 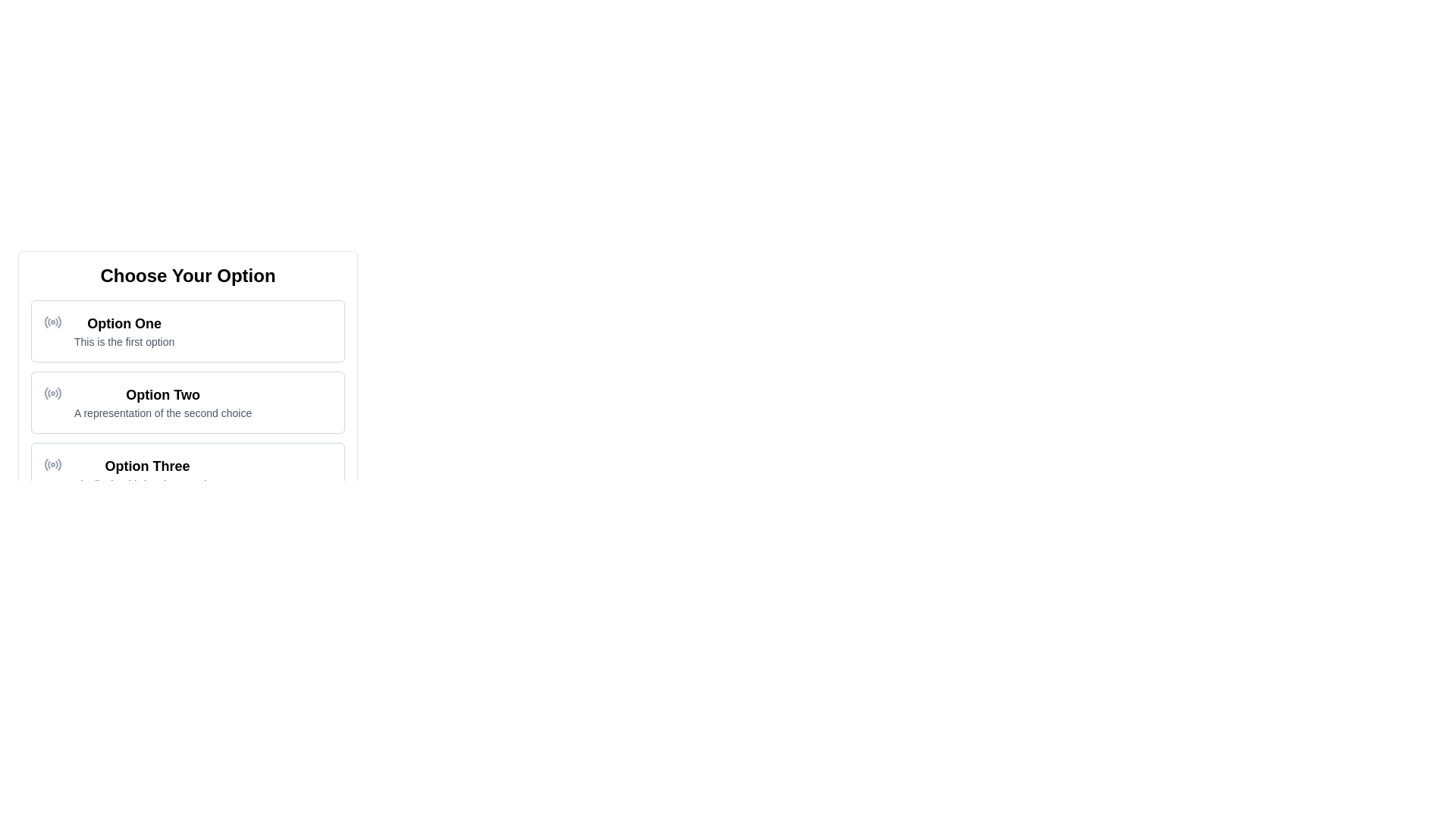 I want to click on the text label displaying 'A representation of the second choice' located below the 'Option Two' heading in a gray font, so click(x=163, y=413).